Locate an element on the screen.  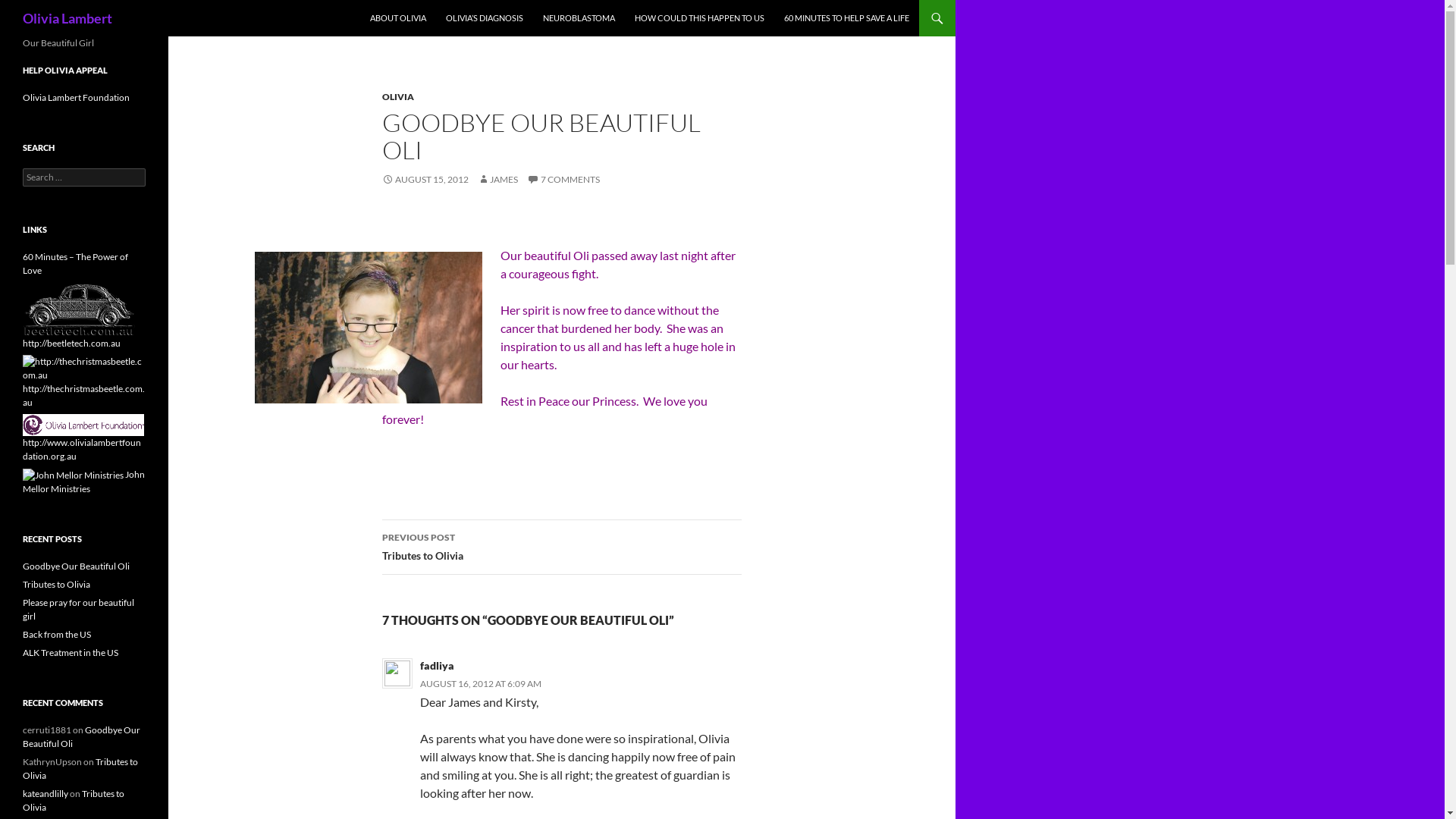
'NEUROBLASTOMA' is located at coordinates (578, 17).